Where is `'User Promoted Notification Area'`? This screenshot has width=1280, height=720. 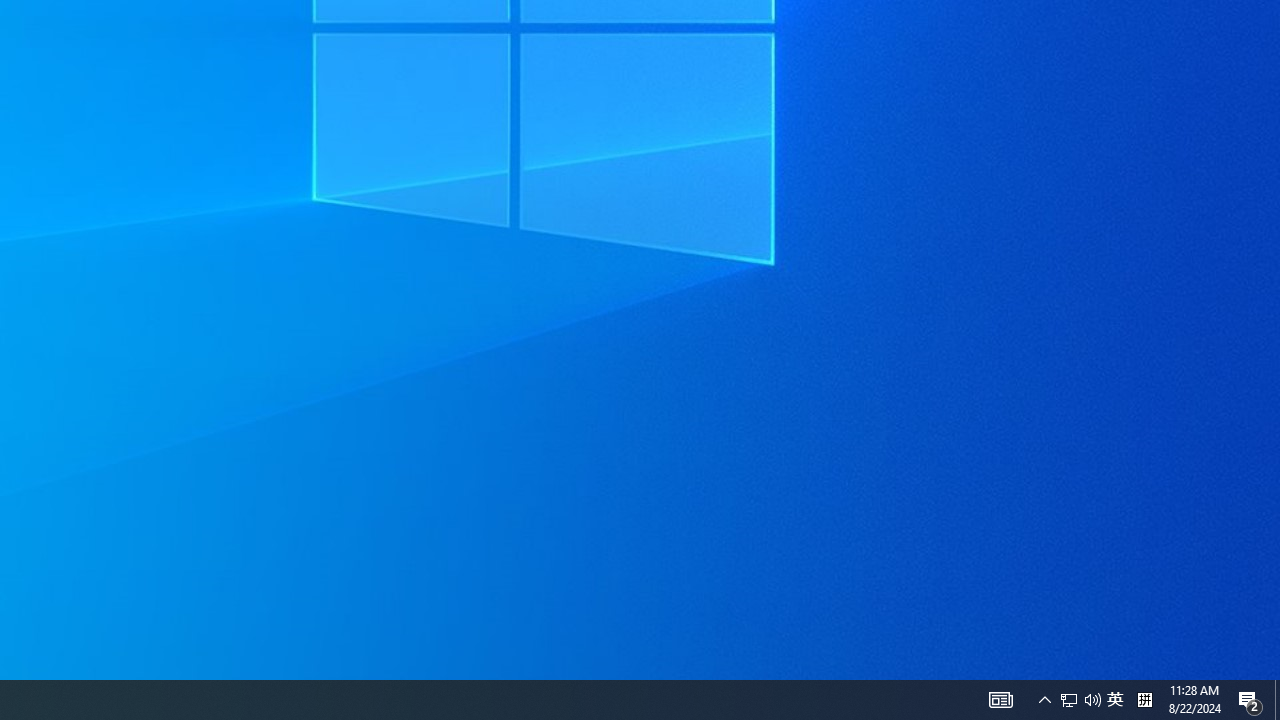
'User Promoted Notification Area' is located at coordinates (1079, 698).